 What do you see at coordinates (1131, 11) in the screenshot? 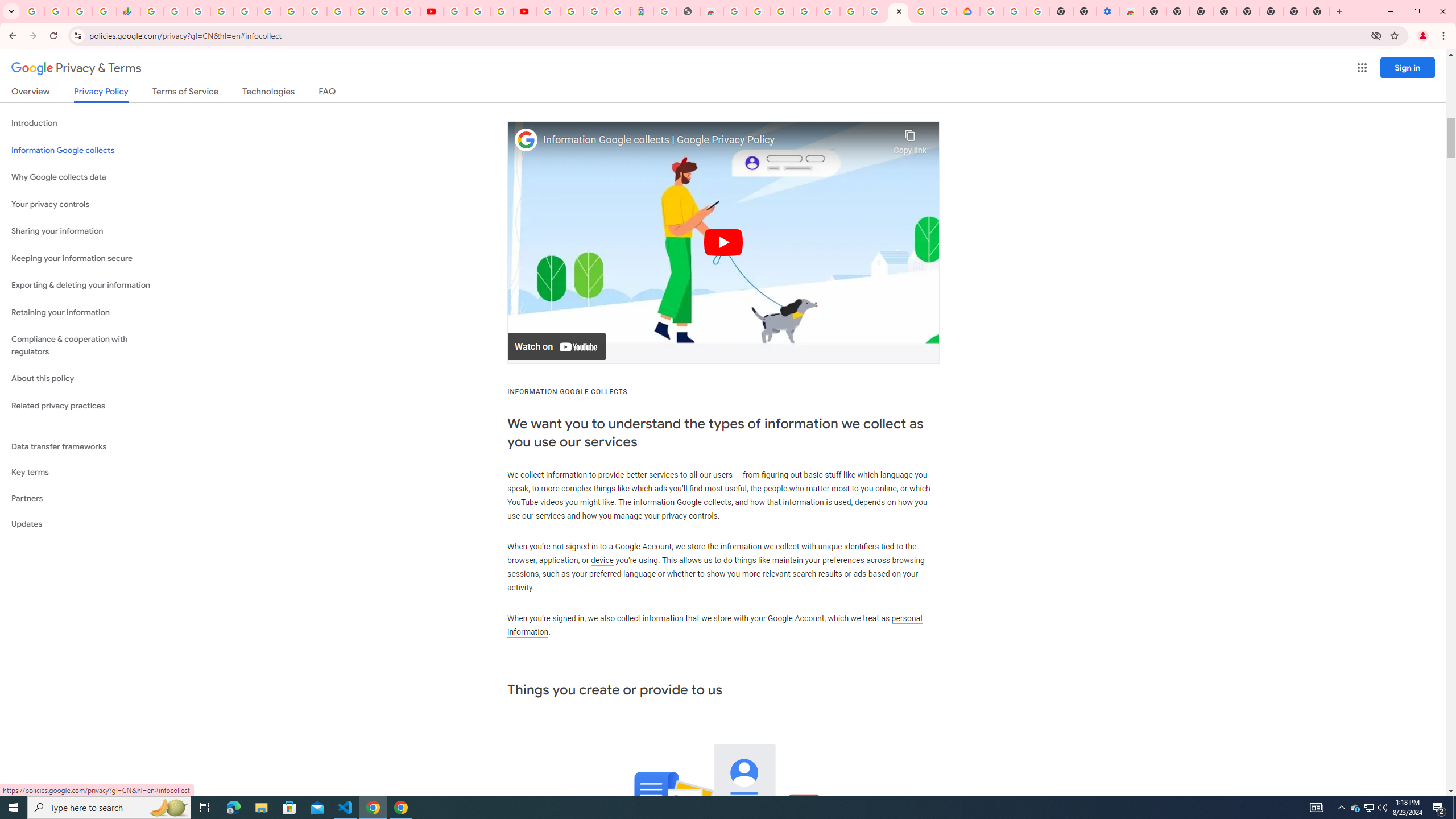
I see `'Chrome Web Store - Accessibility extensions'` at bounding box center [1131, 11].